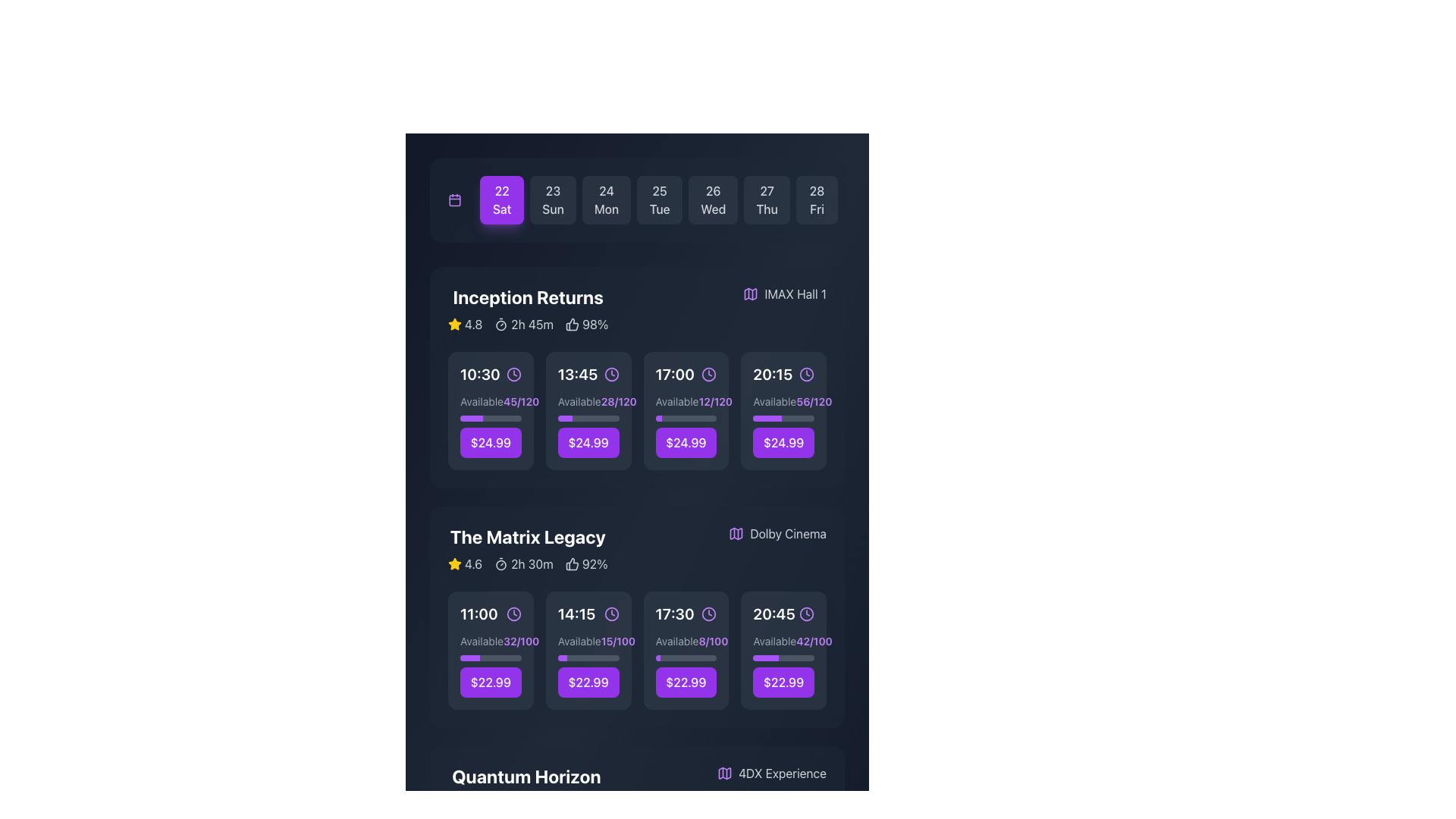  Describe the element at coordinates (491, 657) in the screenshot. I see `the horizontal progress bar below the text 'Available 32/100' and above the button labeled '$22.99' in the '11:00' session of 'The Matrix Legacy'` at that location.